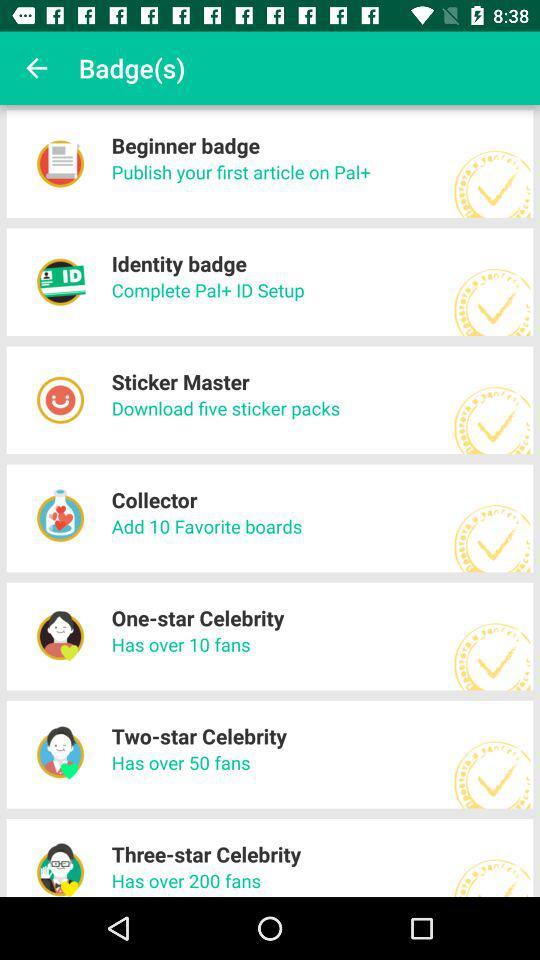 This screenshot has height=960, width=540. I want to click on icon to the left of the badge(s) item, so click(36, 68).